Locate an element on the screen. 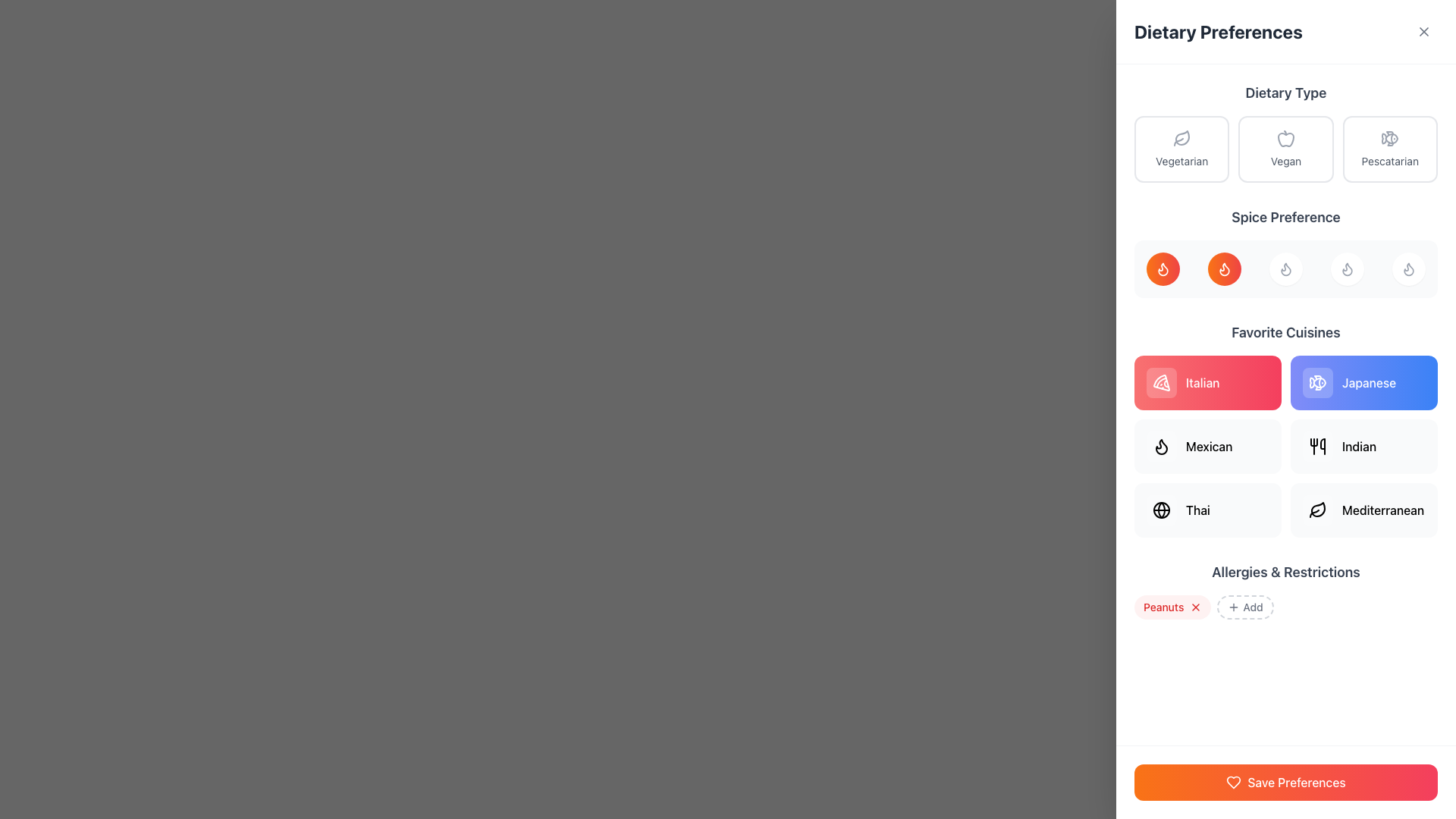 Image resolution: width=1456 pixels, height=819 pixels. the spice level selection button, which is the third button from the left under the 'Spice Preference' header in the dietary preferences form modal is located at coordinates (1285, 268).